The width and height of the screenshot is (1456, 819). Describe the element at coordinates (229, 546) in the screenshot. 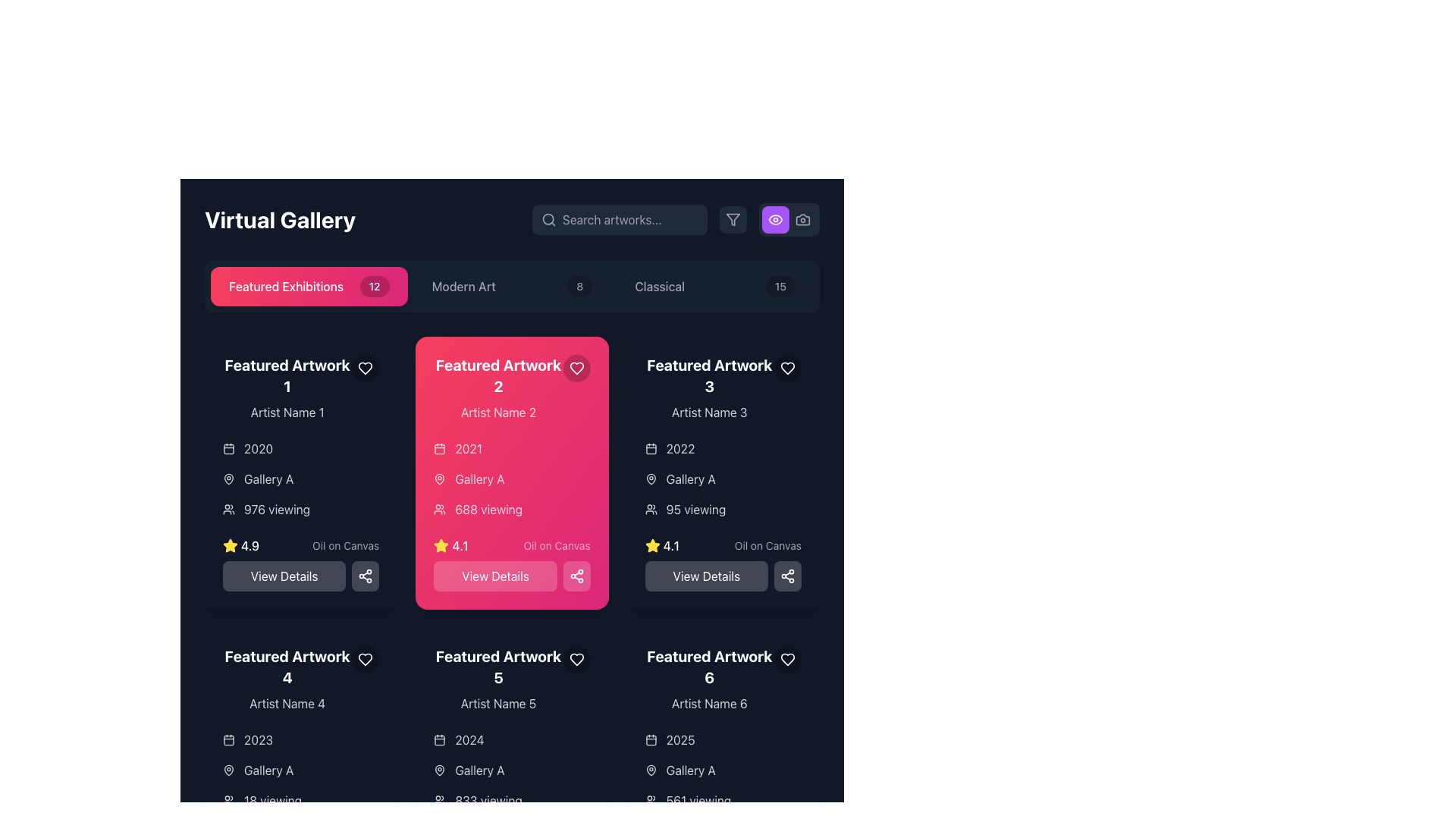

I see `the star rating icon located in the bottom-left corner of the 'Featured Artwork 1' card, which indicates the artwork's popularity or quality` at that location.